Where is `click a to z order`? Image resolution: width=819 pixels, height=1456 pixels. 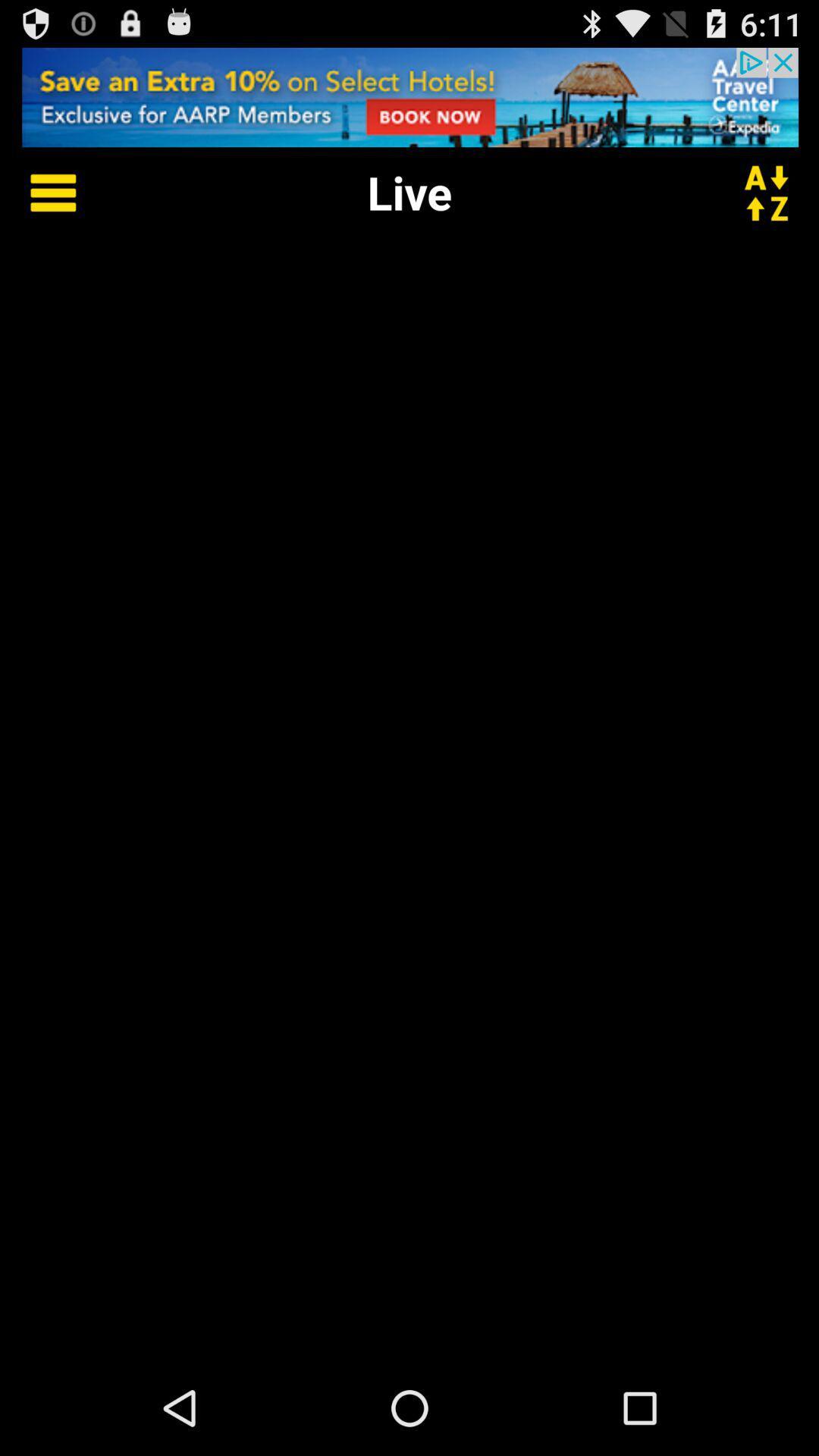 click a to z order is located at coordinates (776, 191).